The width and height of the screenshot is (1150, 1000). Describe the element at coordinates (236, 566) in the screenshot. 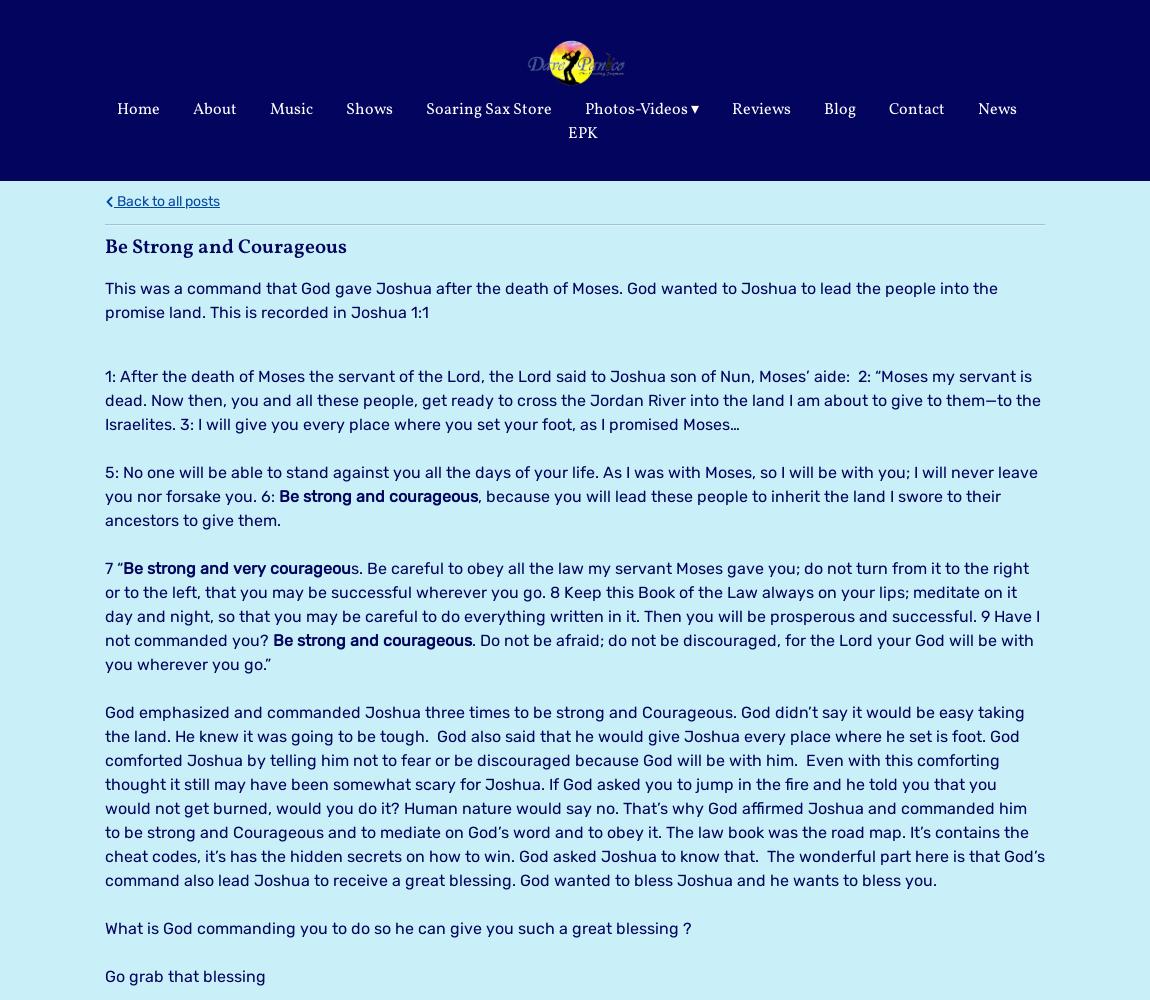

I see `'Be strong and very courageou'` at that location.